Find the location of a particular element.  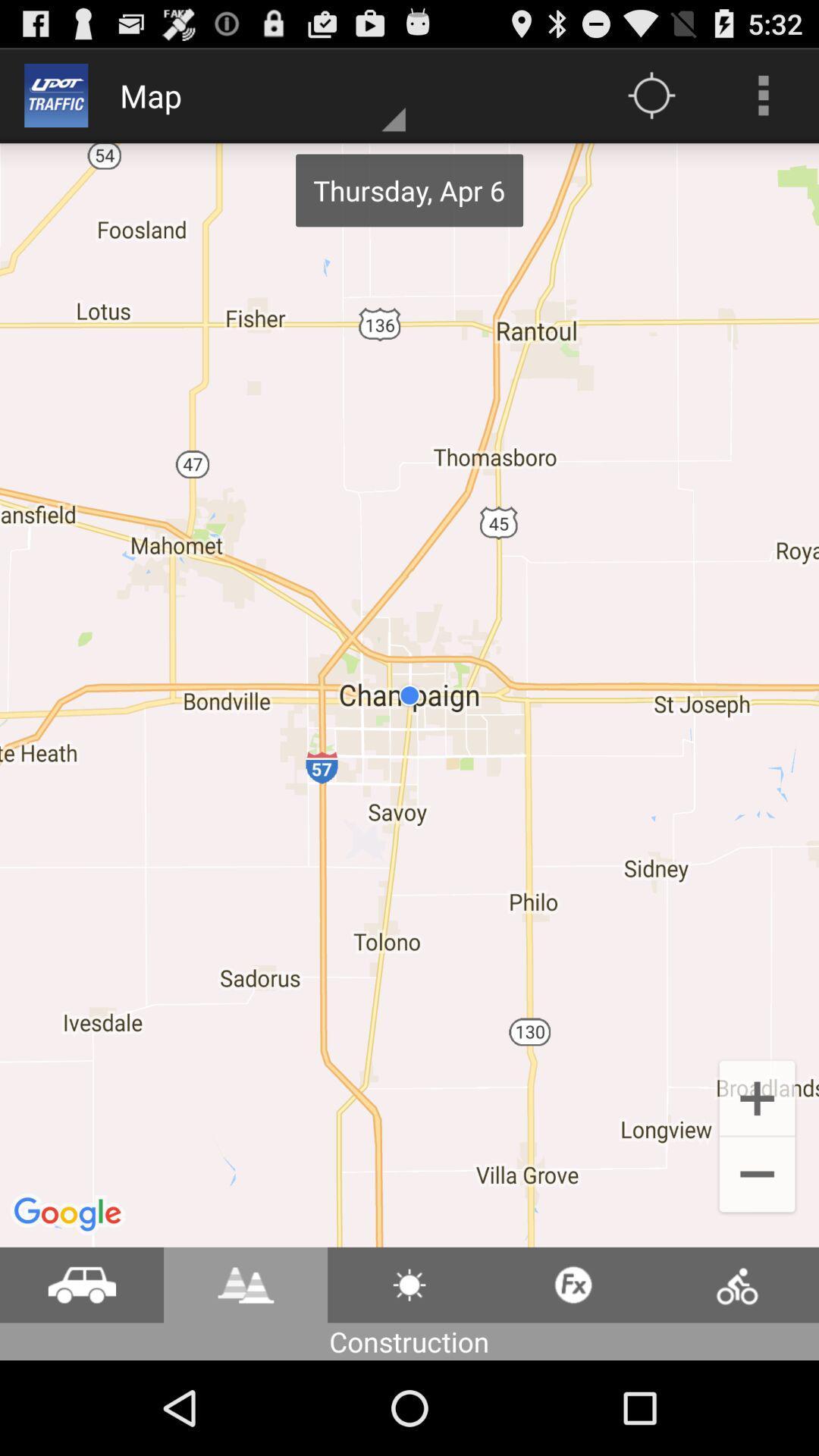

show traffic is located at coordinates (82, 1284).